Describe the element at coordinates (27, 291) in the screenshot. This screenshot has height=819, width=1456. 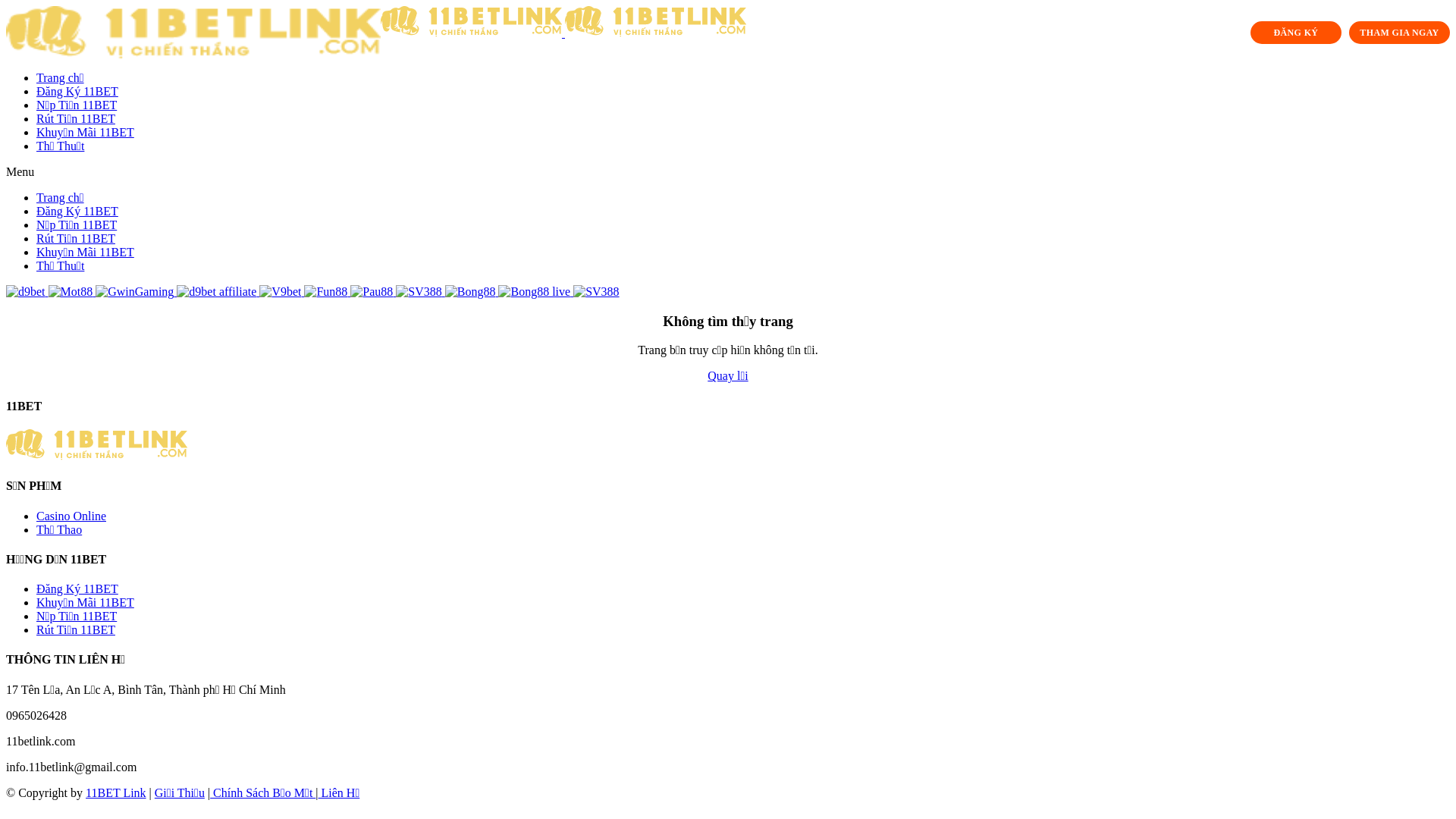
I see `'d9bet'` at that location.